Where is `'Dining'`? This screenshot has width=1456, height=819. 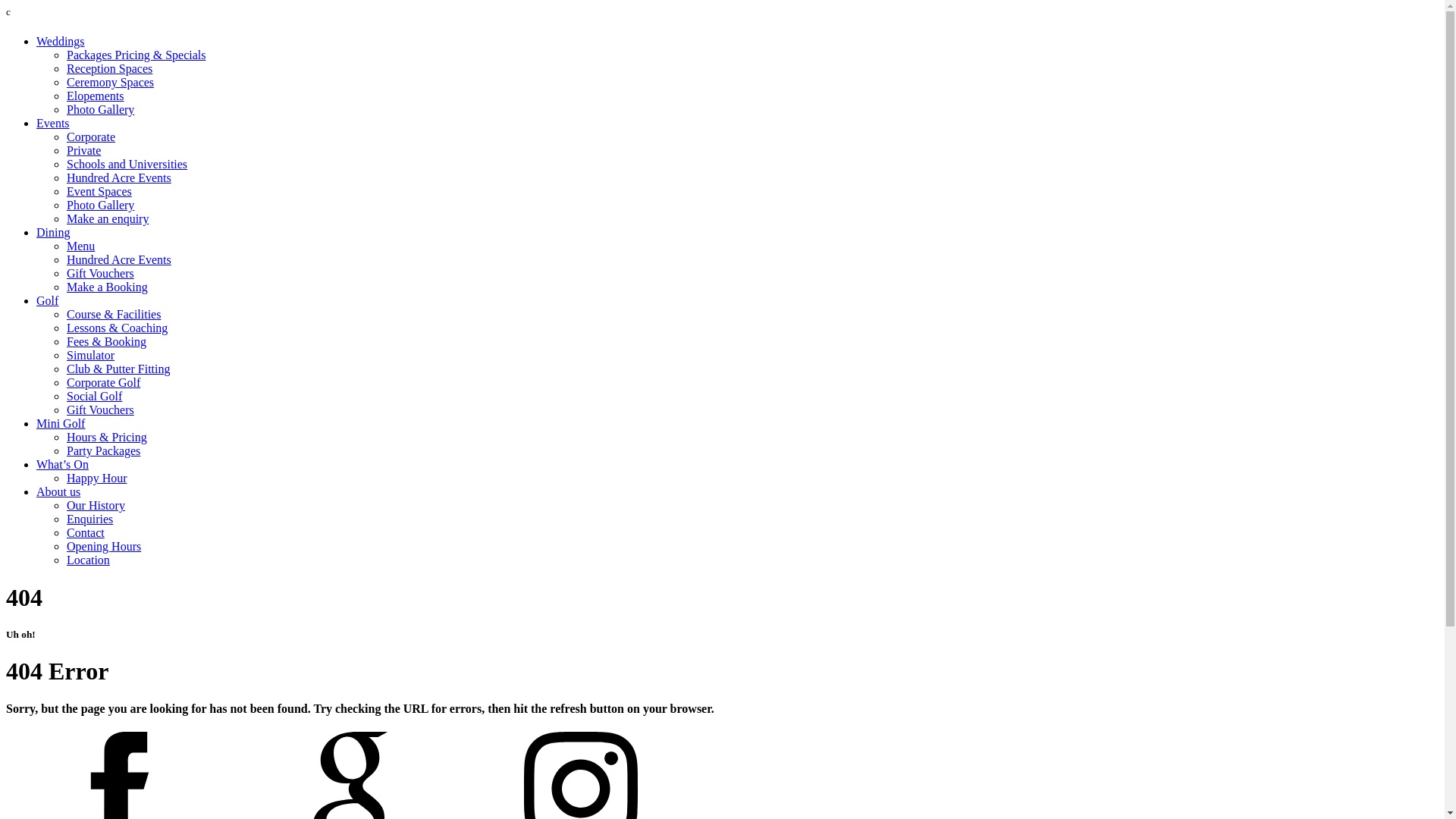
'Dining' is located at coordinates (53, 232).